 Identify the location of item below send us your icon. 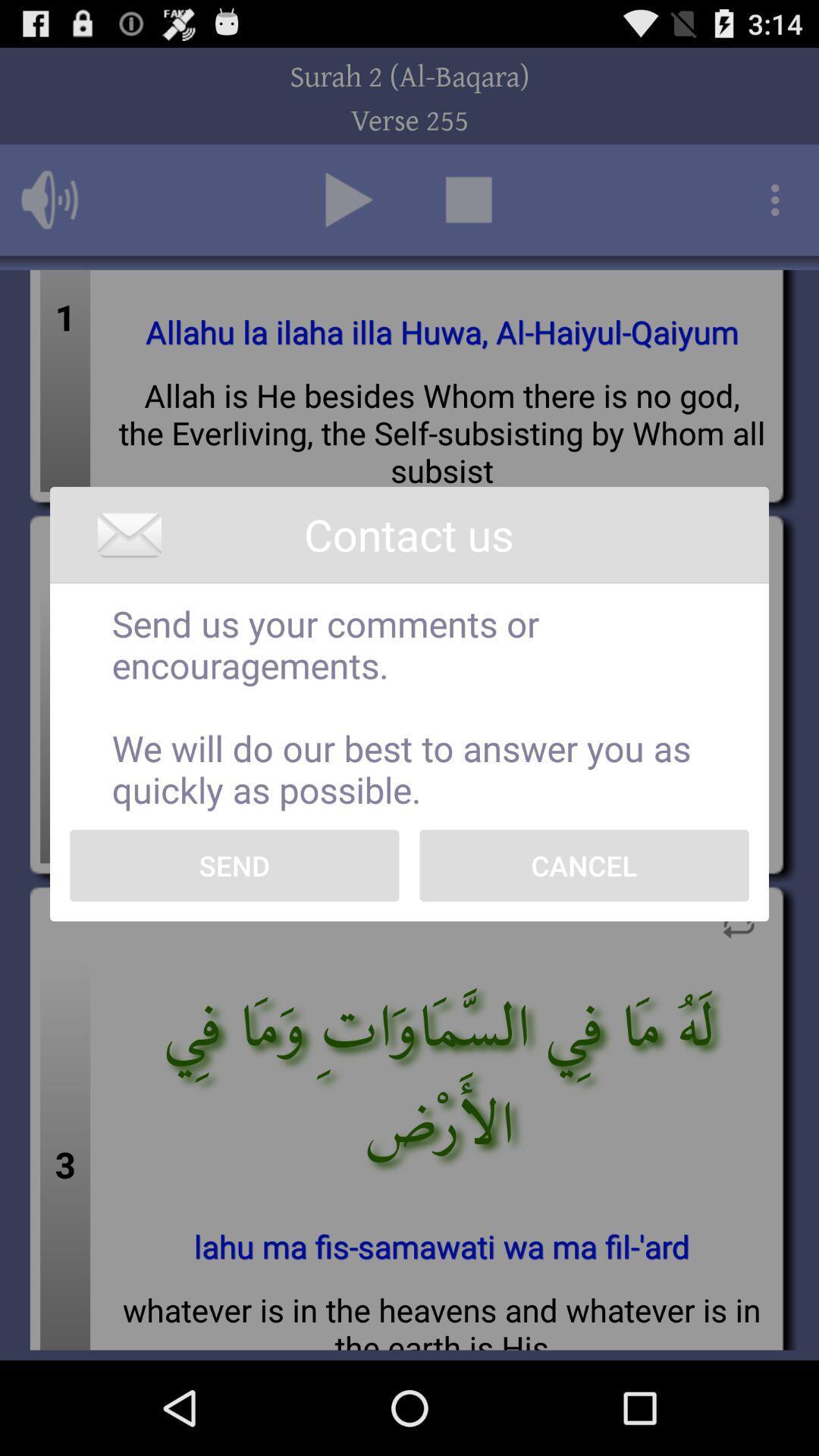
(583, 865).